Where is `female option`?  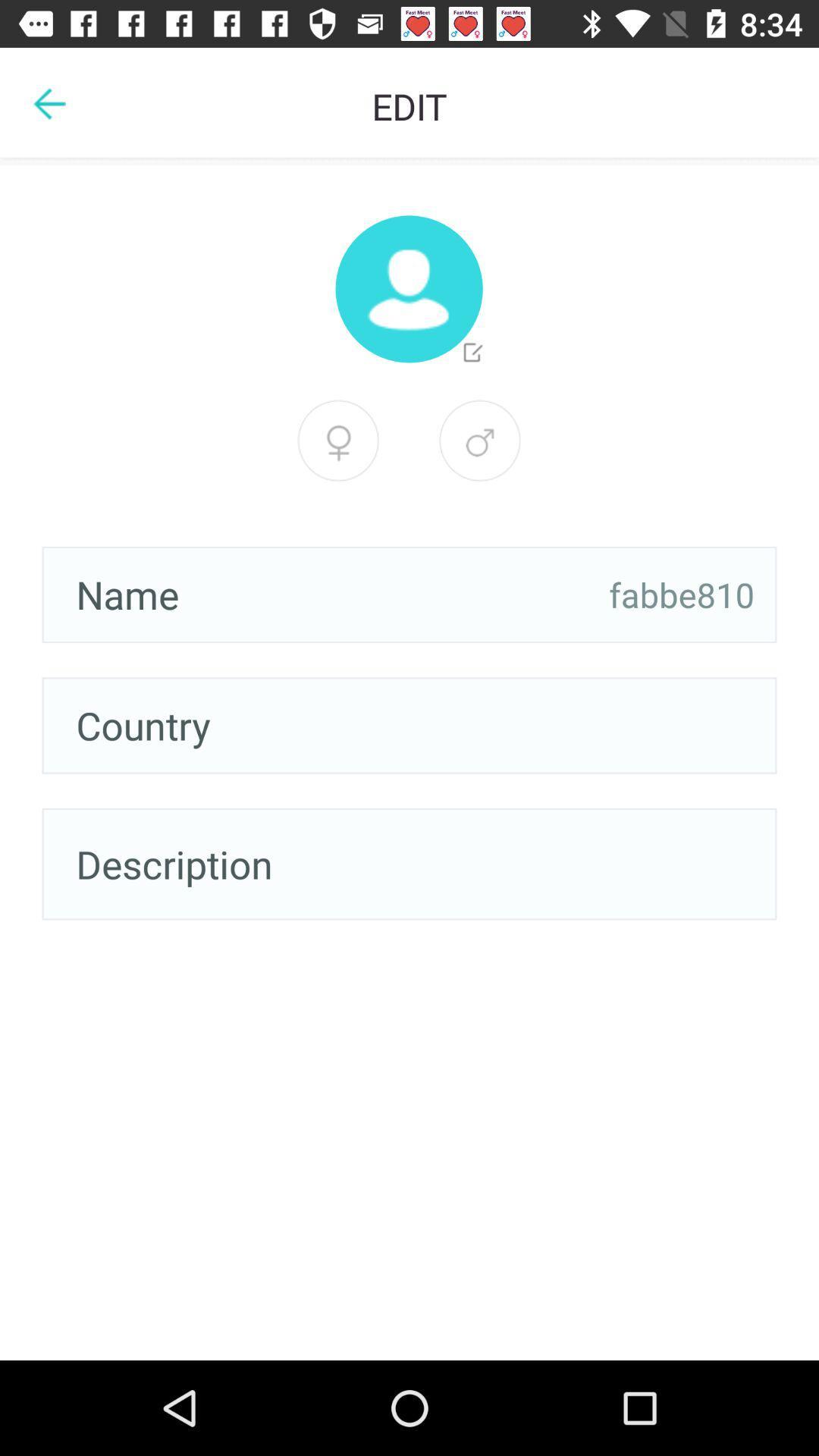 female option is located at coordinates (479, 440).